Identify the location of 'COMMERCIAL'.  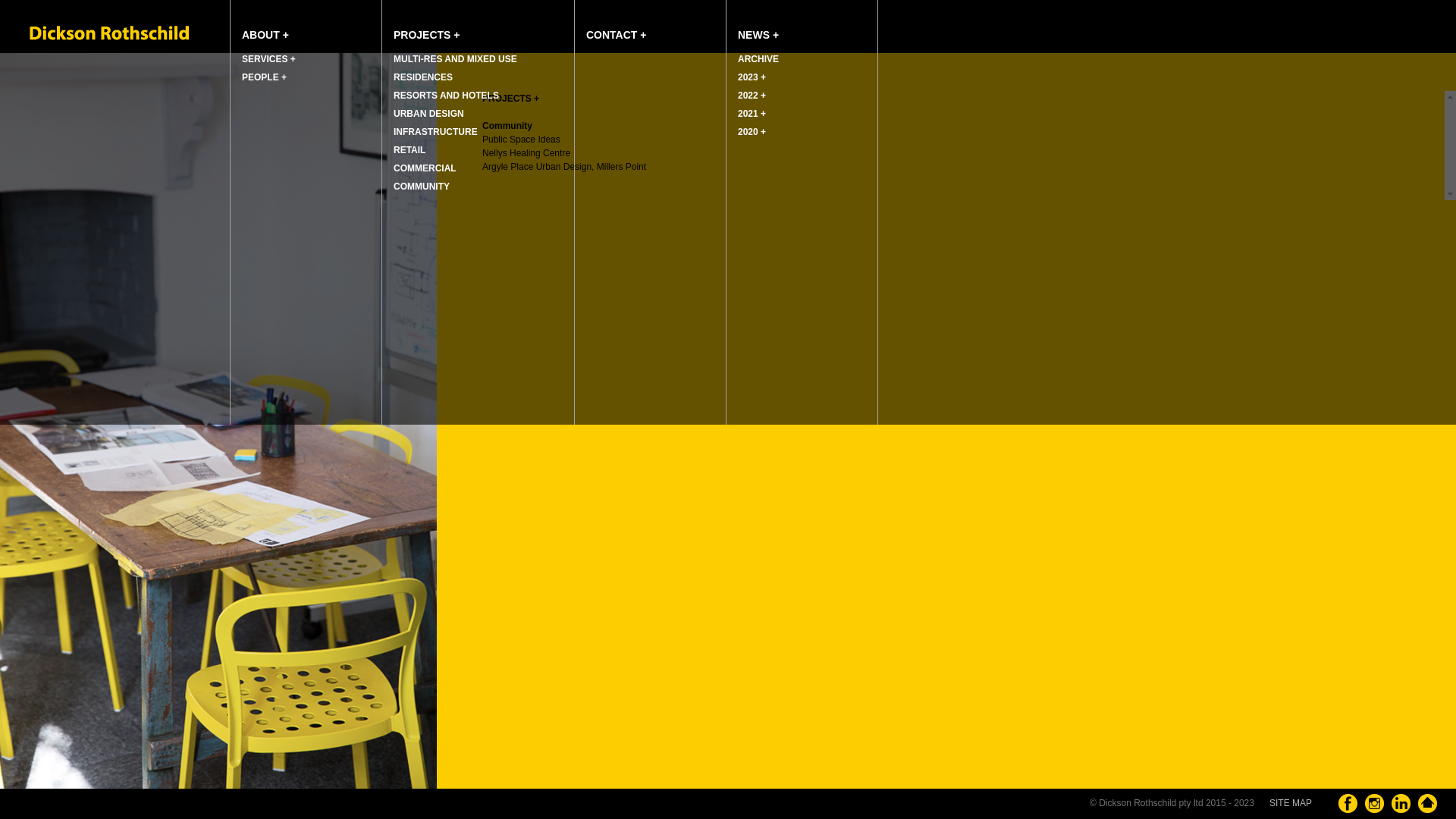
(477, 168).